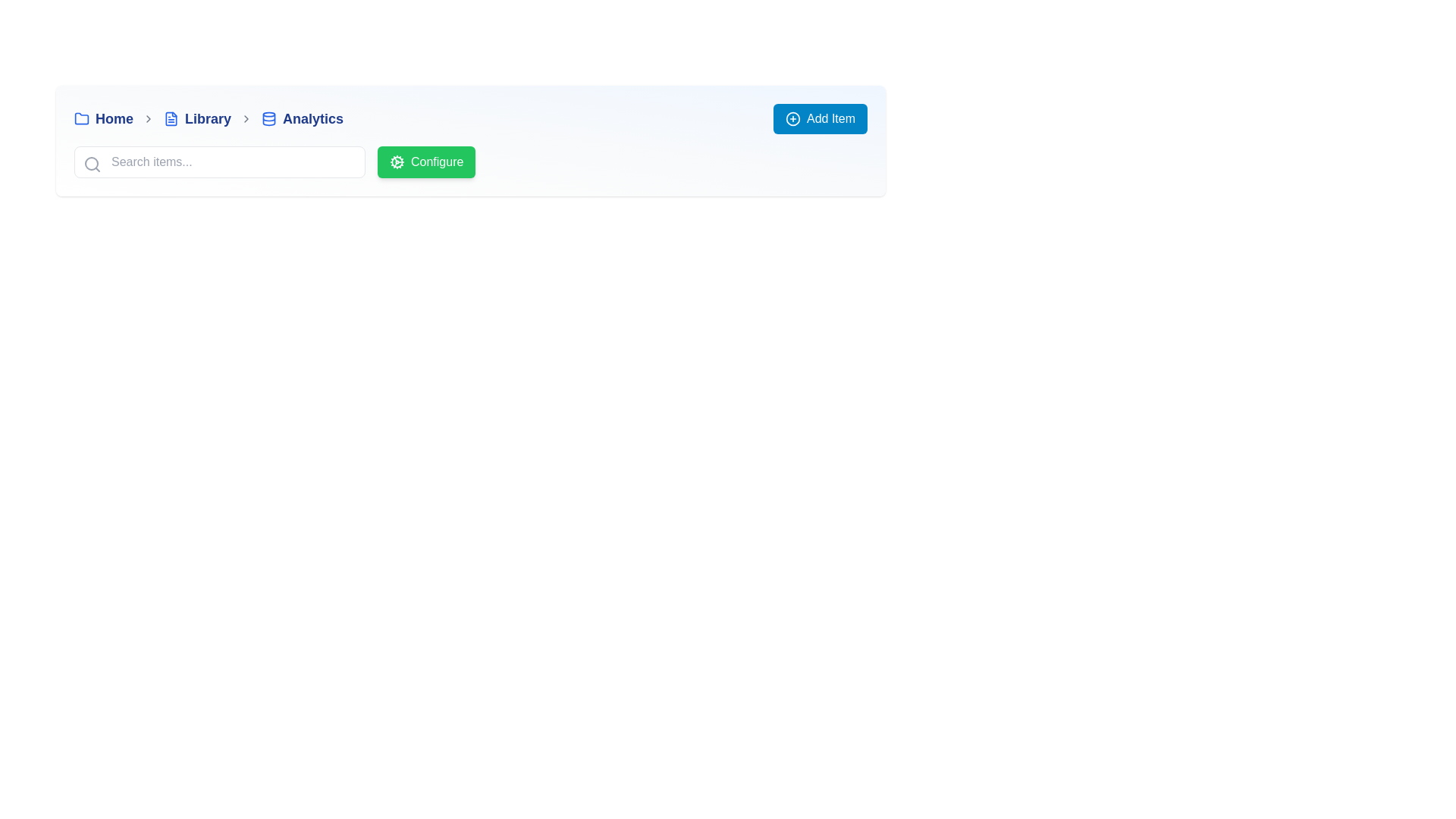  I want to click on the 'Add Item' button icon, which is located at the center-left of the button area in the top-right corner of the interface, so click(792, 118).